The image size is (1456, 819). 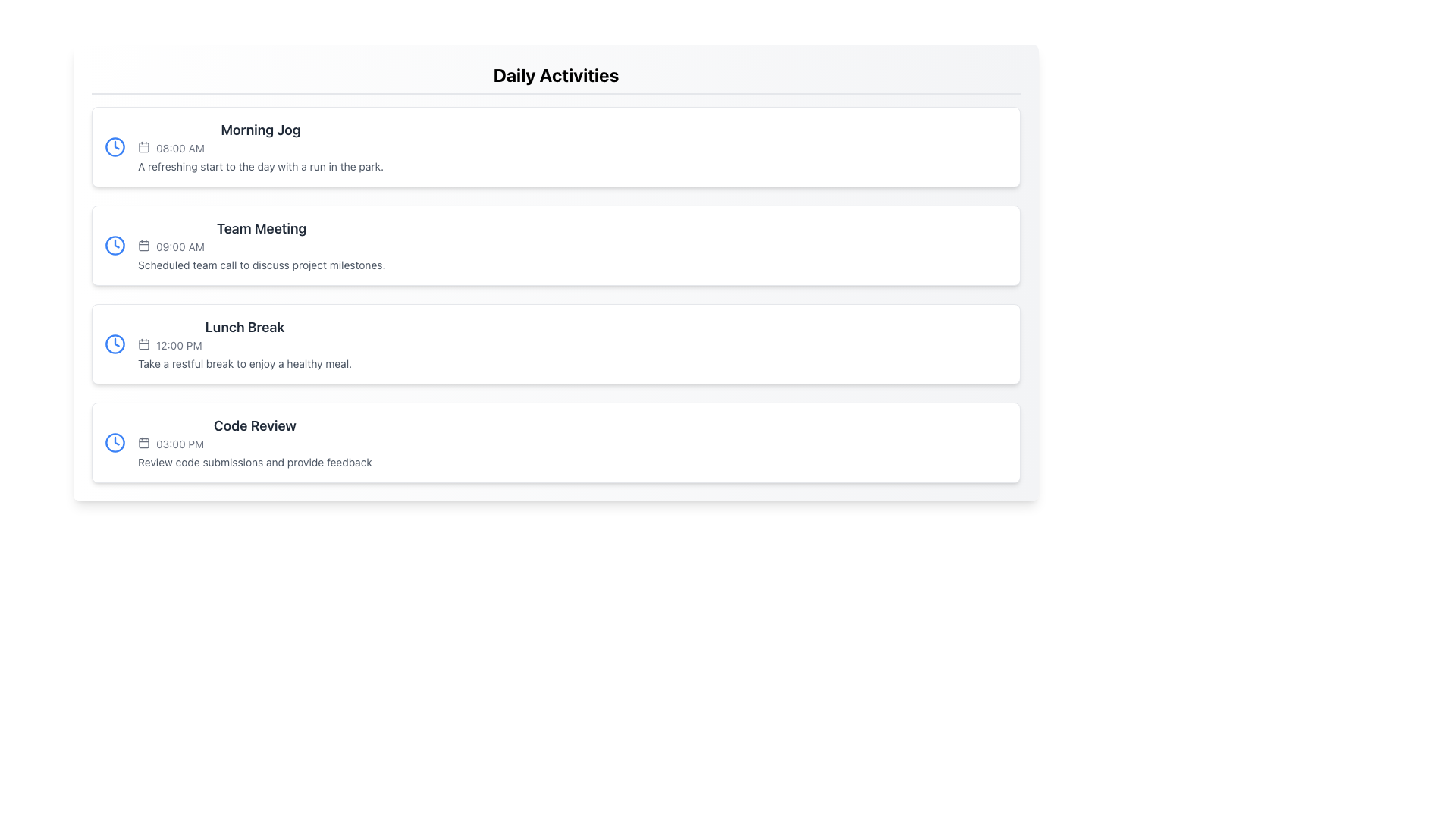 I want to click on text displayed in the 'Team Meeting' heading, which is bold and prominently positioned above the time and description in the activity section, so click(x=262, y=228).